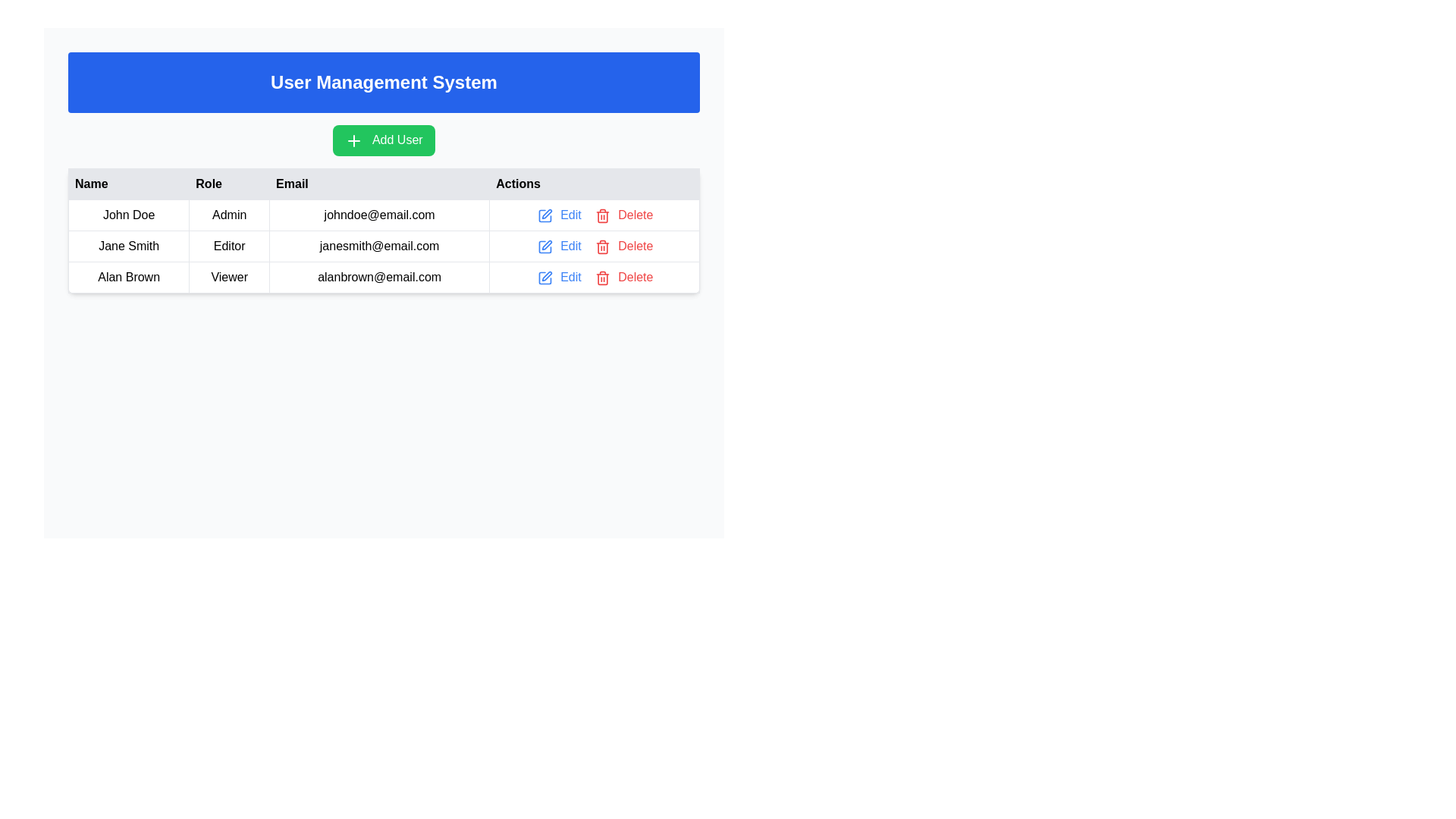 The height and width of the screenshot is (819, 1456). Describe the element at coordinates (384, 277) in the screenshot. I see `the table row displaying user details for 'Alan Brown', who has the role of 'Viewer' and the email 'alanbrown@email.com', located as the third row in the 'User Management System' table` at that location.